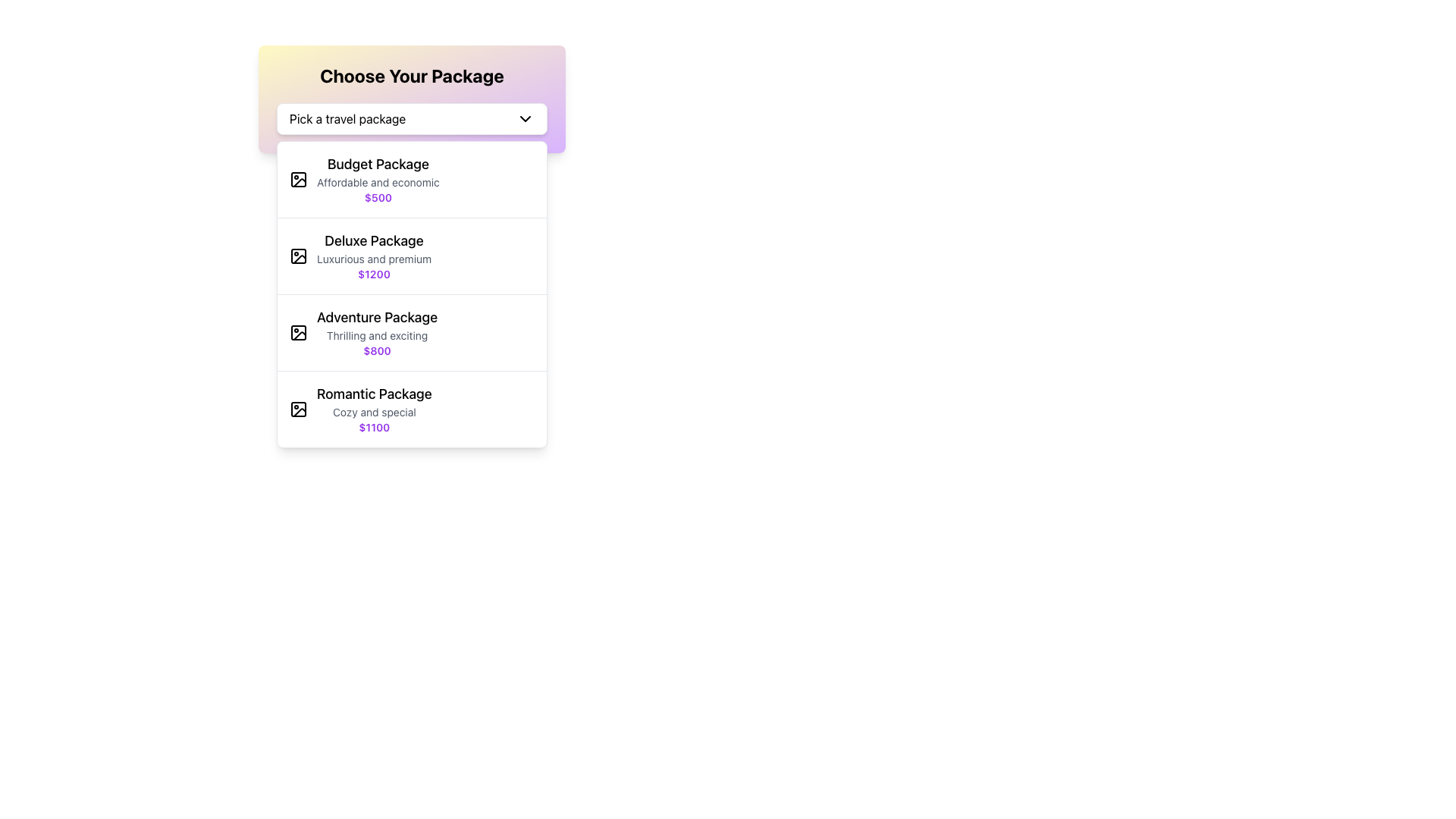 This screenshot has height=819, width=1456. I want to click on the price text '$1100' which is styled in bold purple font, located at the bottom of the 'Romantic Package' section, beneath 'Cozy and special', so click(374, 427).